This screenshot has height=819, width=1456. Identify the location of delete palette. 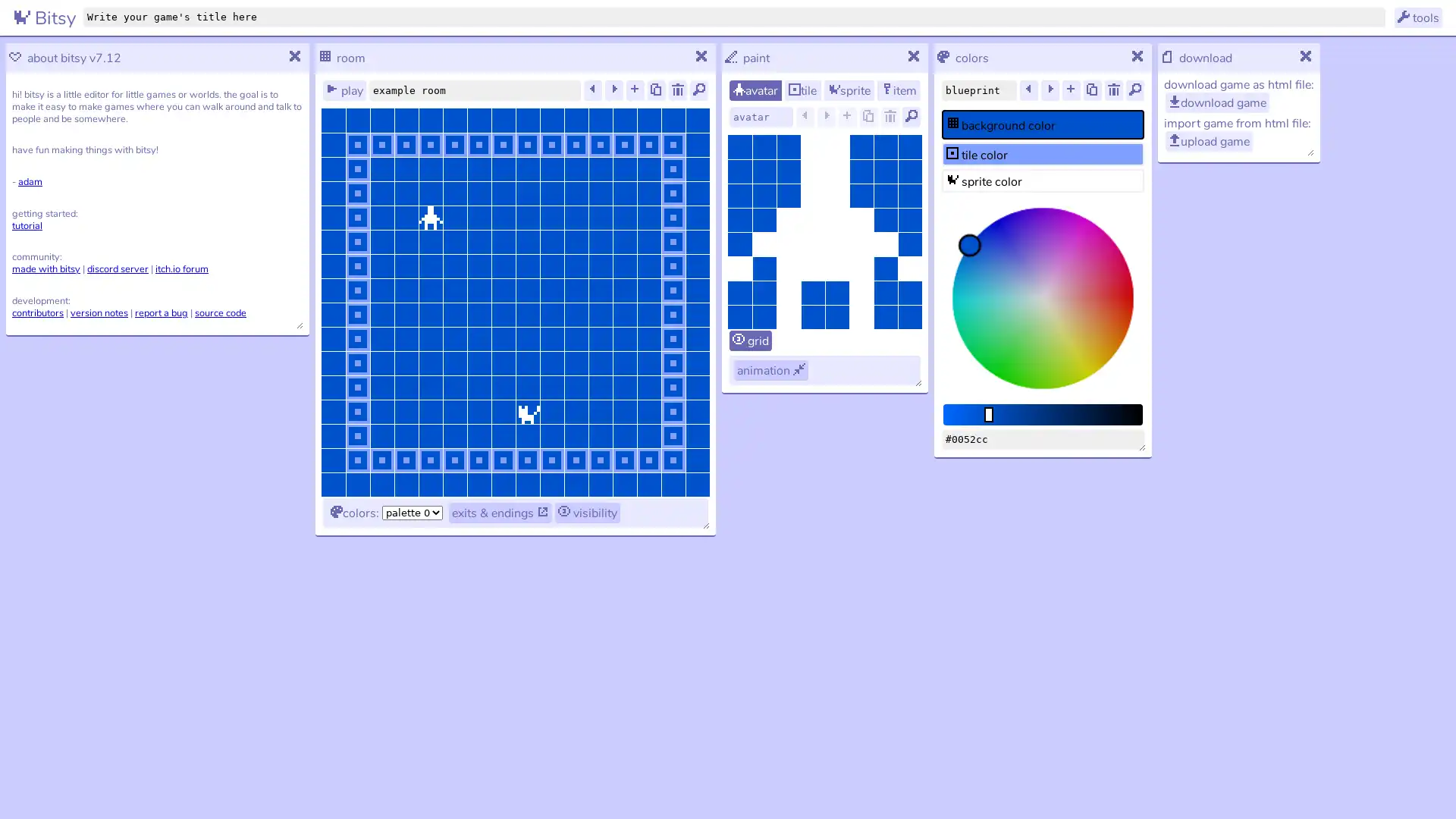
(1113, 90).